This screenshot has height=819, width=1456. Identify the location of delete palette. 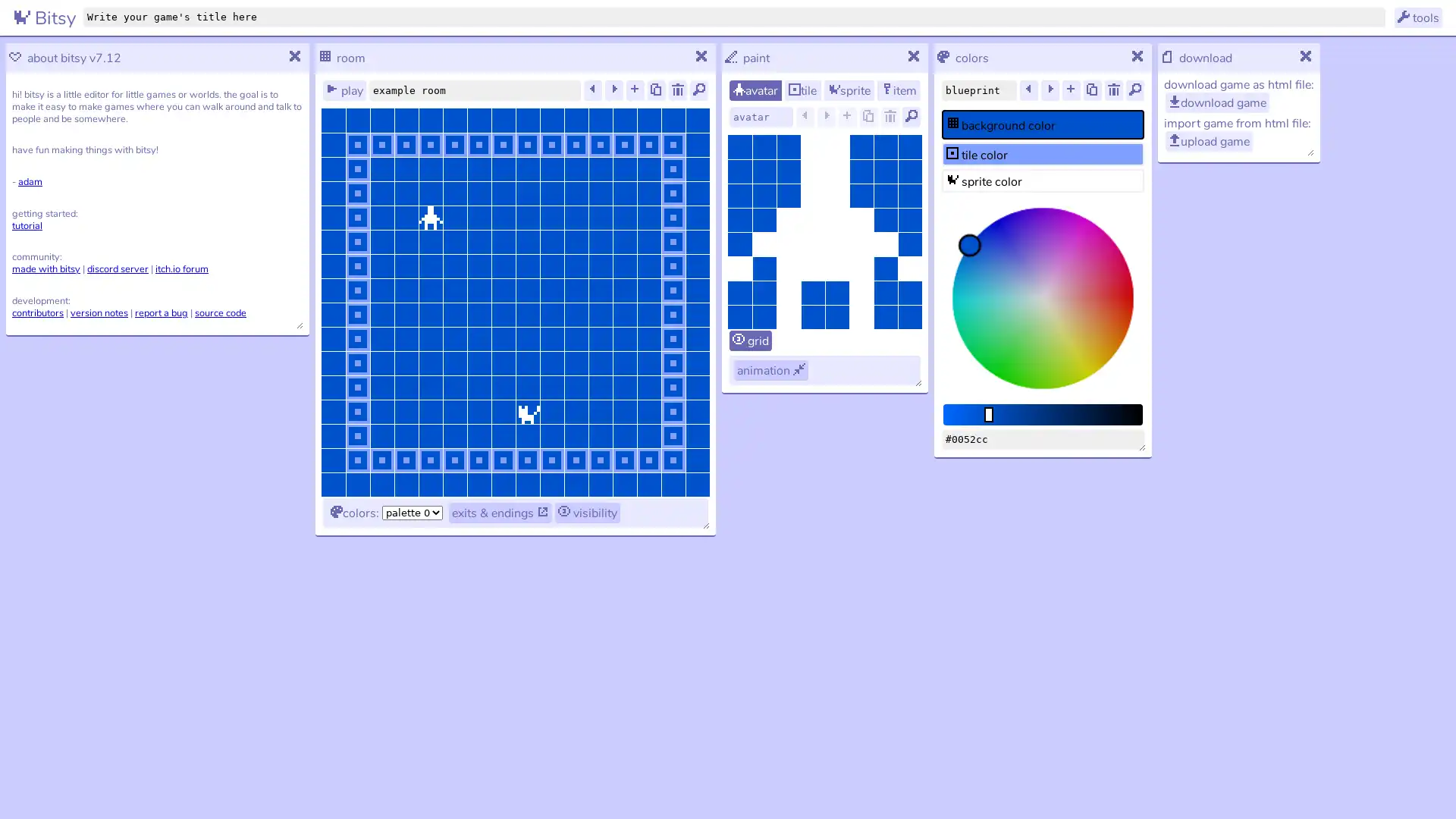
(1113, 90).